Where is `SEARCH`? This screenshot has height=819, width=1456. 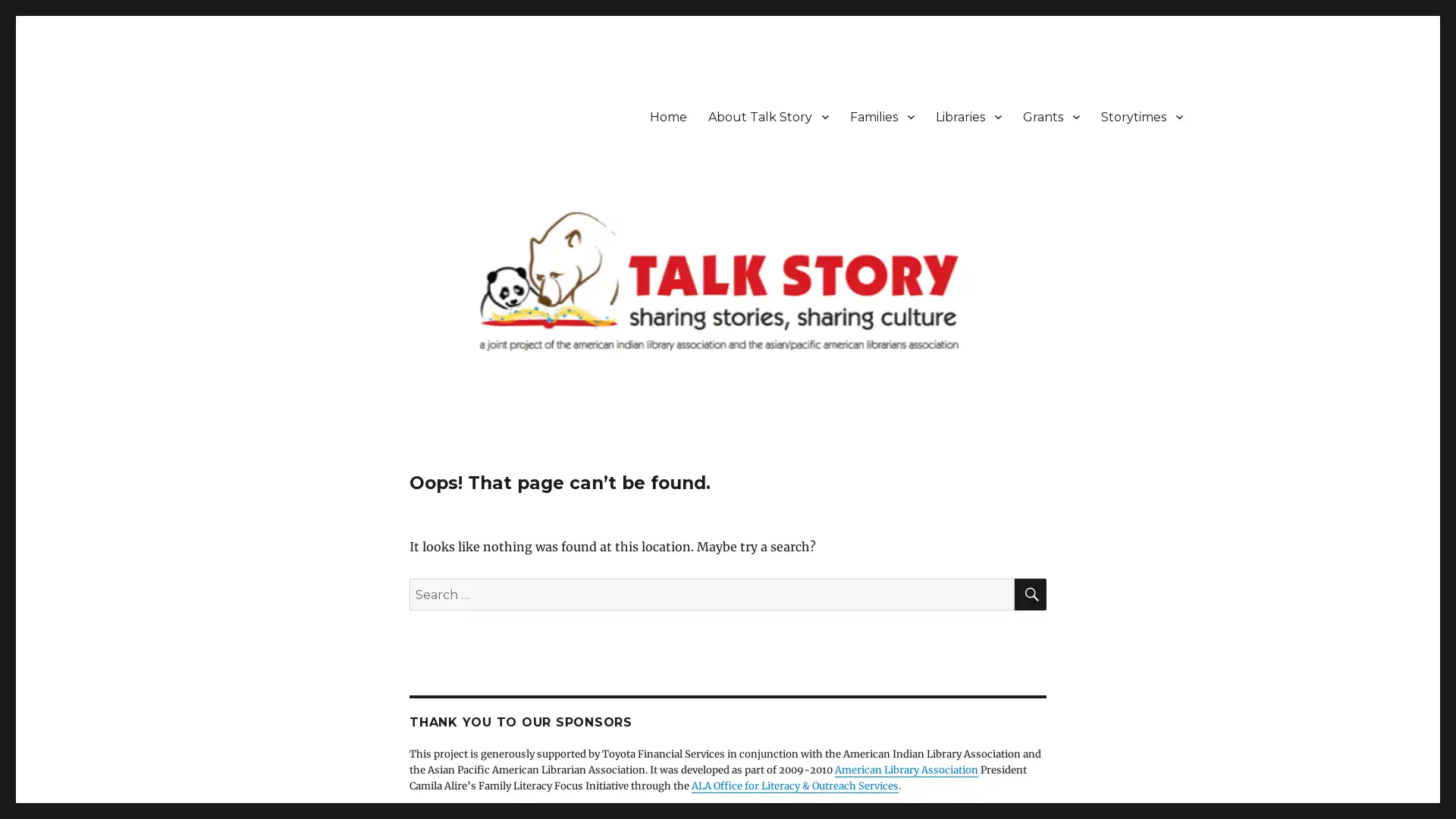 SEARCH is located at coordinates (1030, 593).